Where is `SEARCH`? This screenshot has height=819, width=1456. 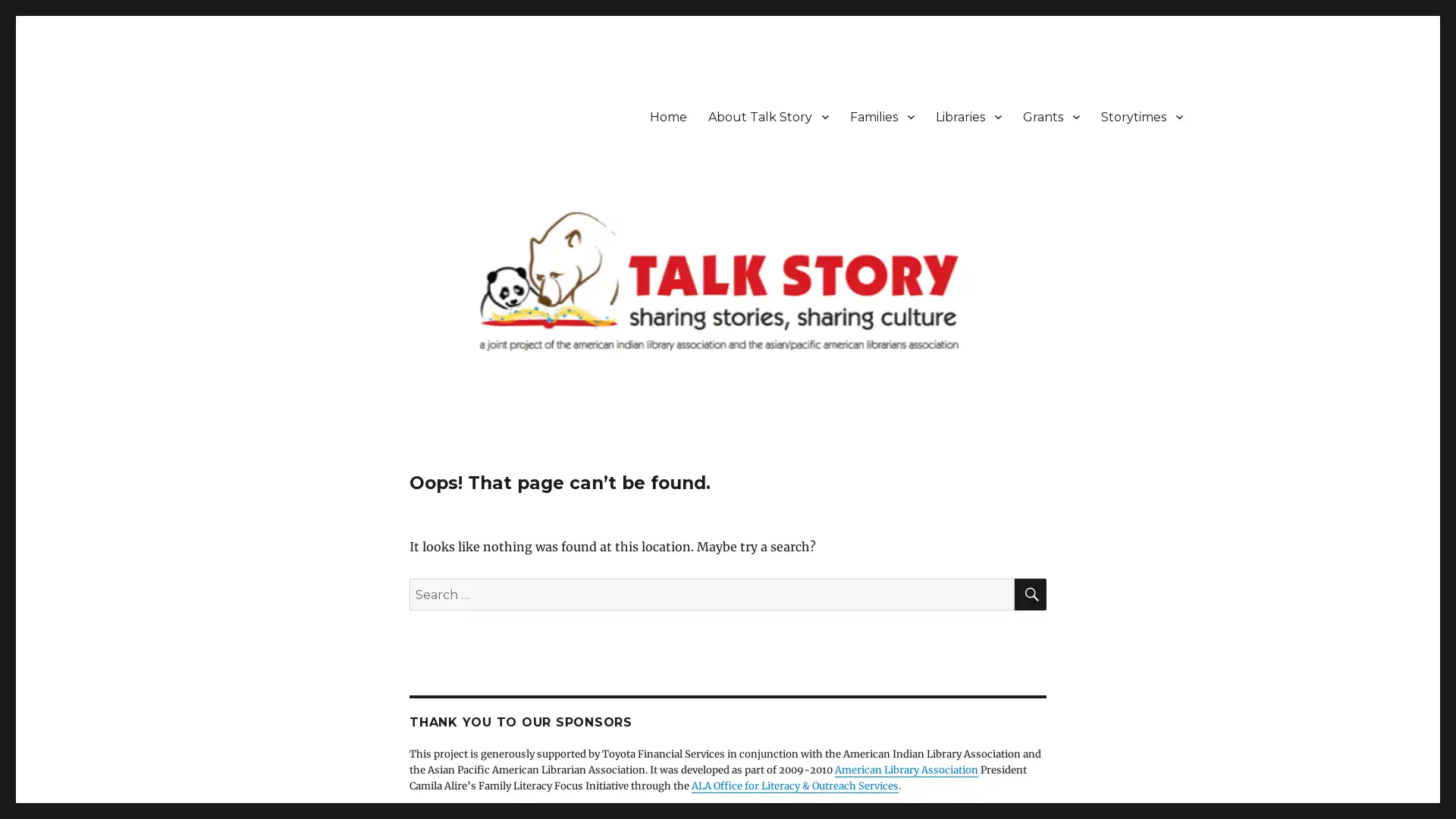 SEARCH is located at coordinates (1030, 593).